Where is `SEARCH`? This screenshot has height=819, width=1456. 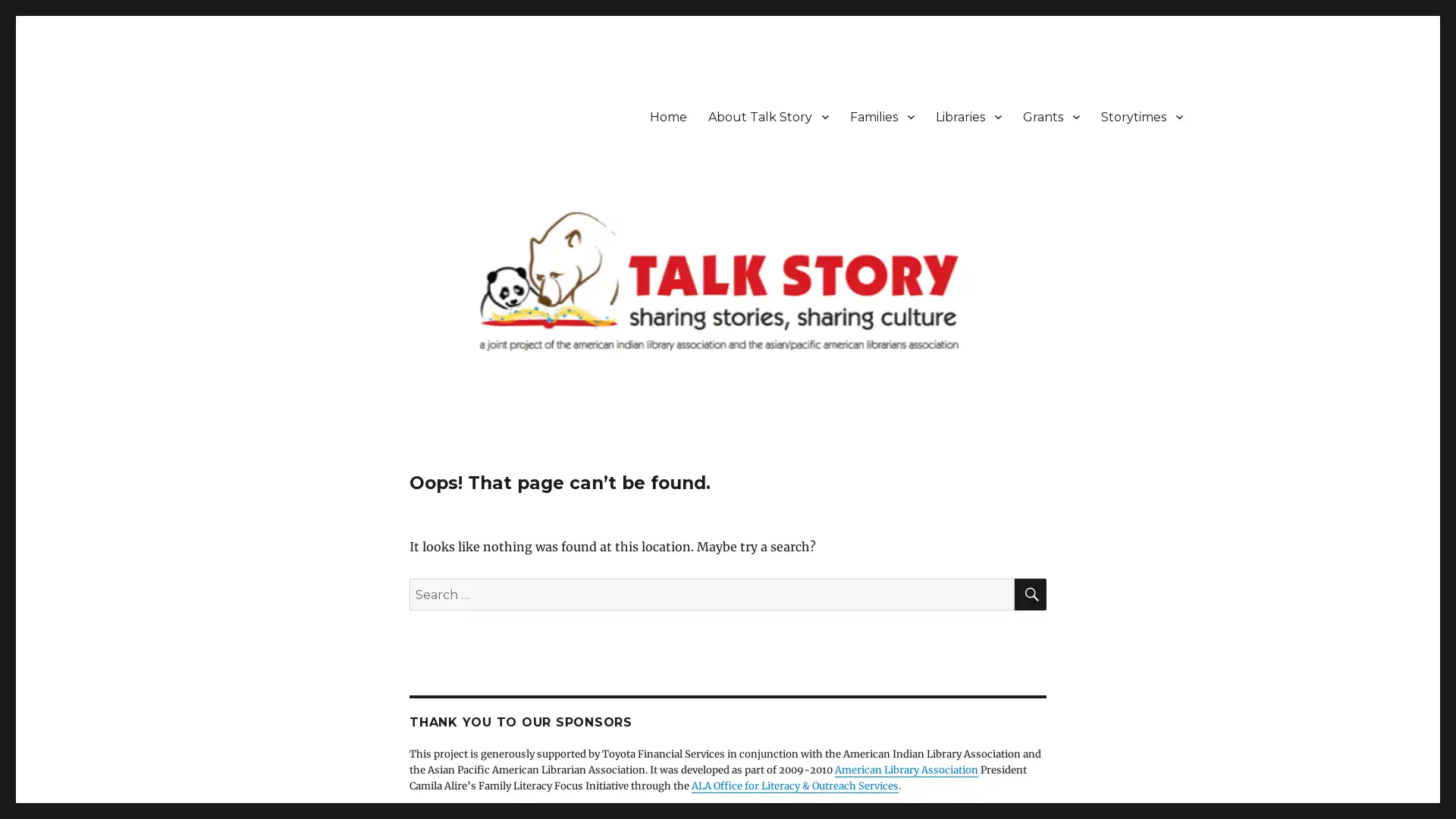 SEARCH is located at coordinates (1030, 593).